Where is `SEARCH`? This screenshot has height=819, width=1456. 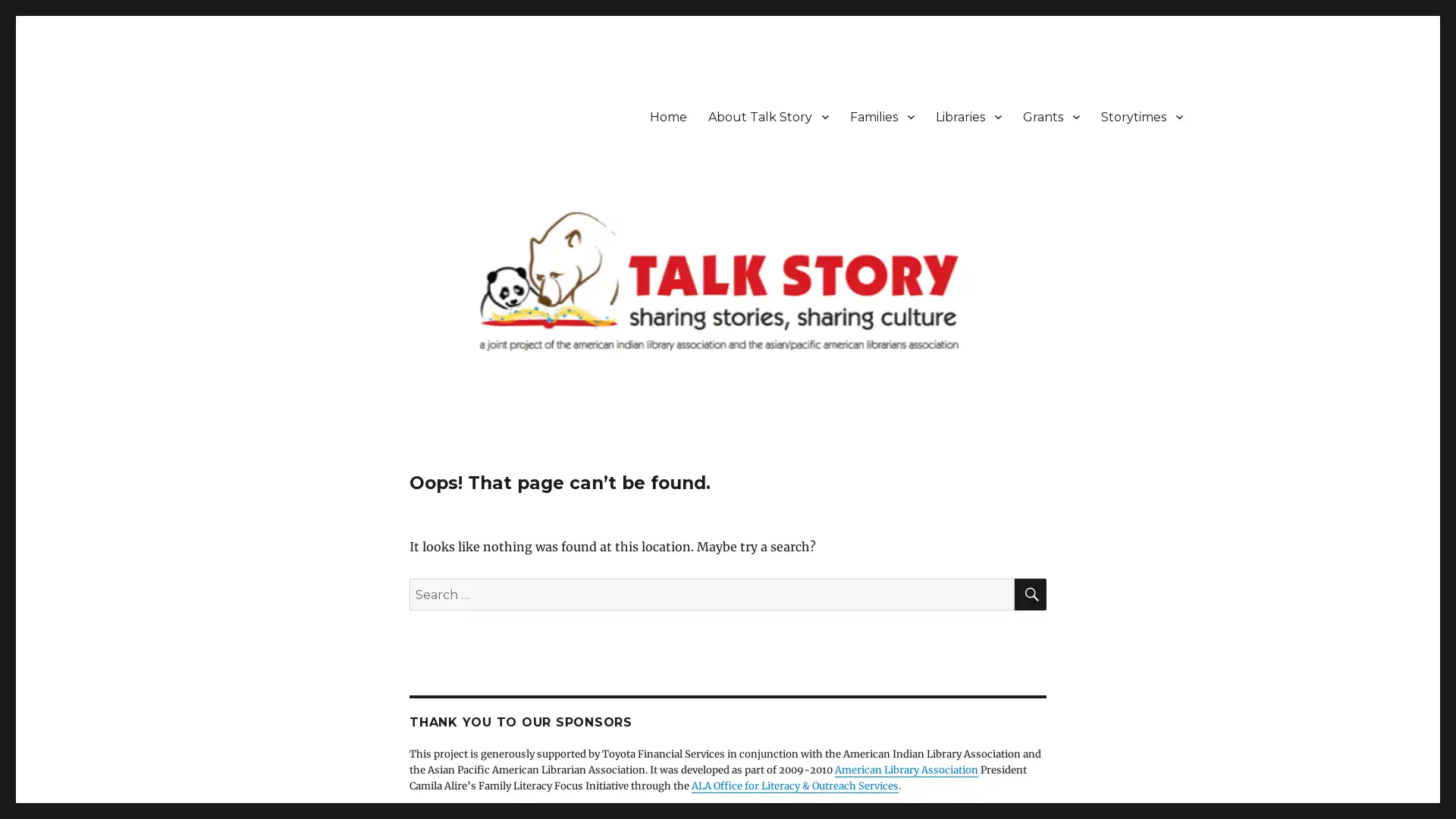 SEARCH is located at coordinates (1030, 593).